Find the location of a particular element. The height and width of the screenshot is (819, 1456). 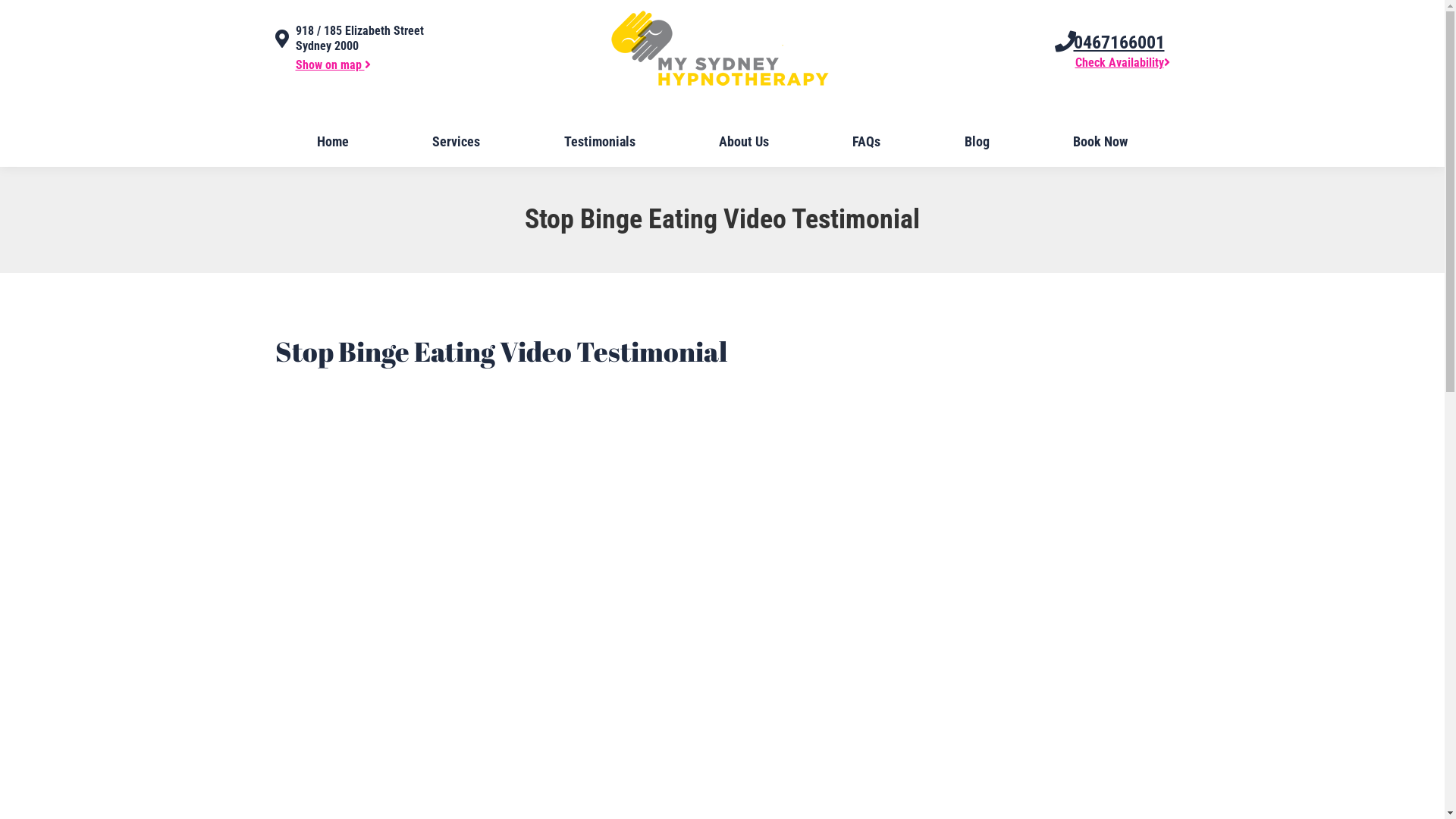

'Services' is located at coordinates (455, 141).